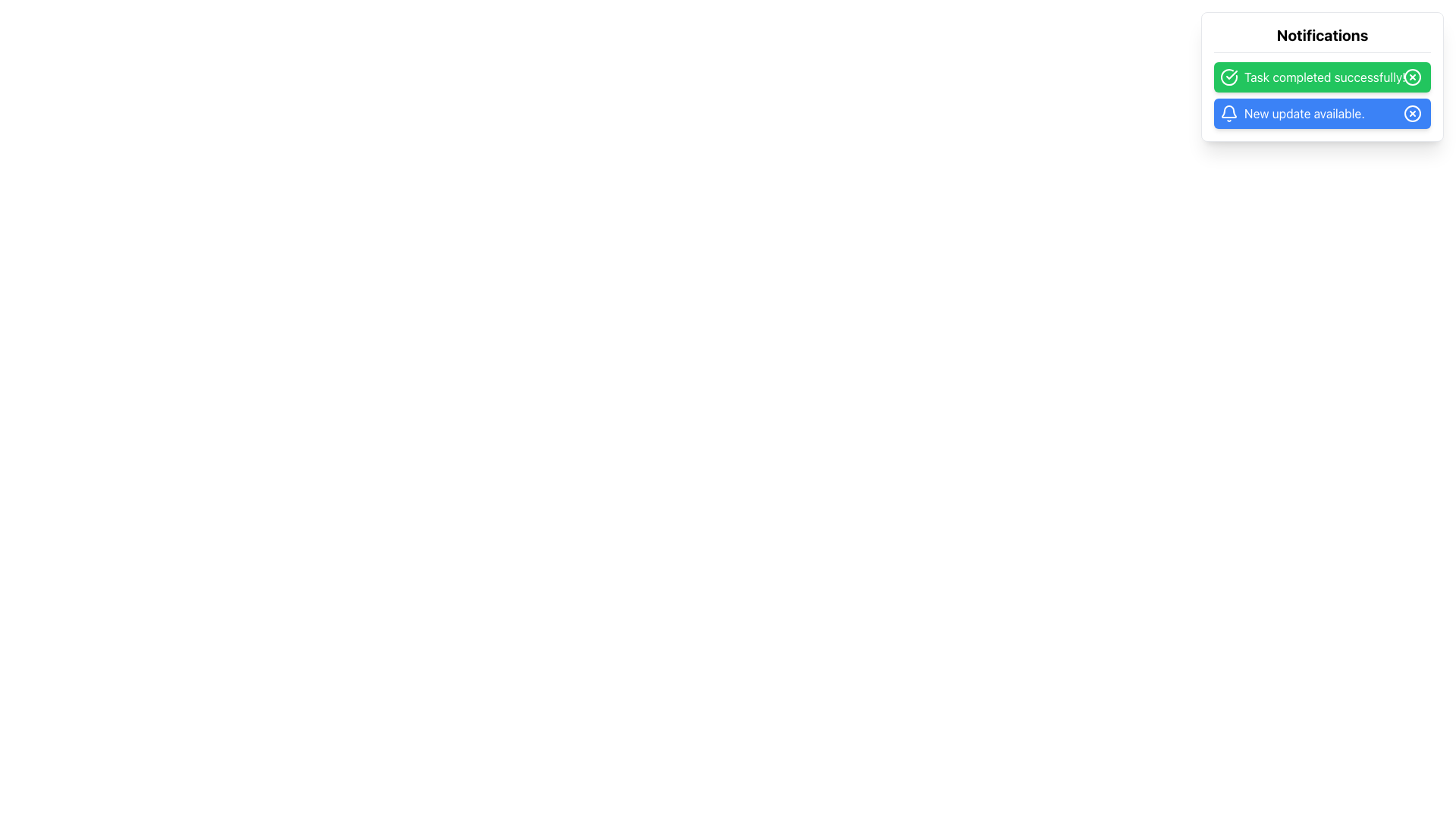 This screenshot has height=819, width=1456. I want to click on the dismiss button located in the upper-right corner of the notification box with the text 'Task completed successfully!' to observe the hover effect, so click(1411, 77).